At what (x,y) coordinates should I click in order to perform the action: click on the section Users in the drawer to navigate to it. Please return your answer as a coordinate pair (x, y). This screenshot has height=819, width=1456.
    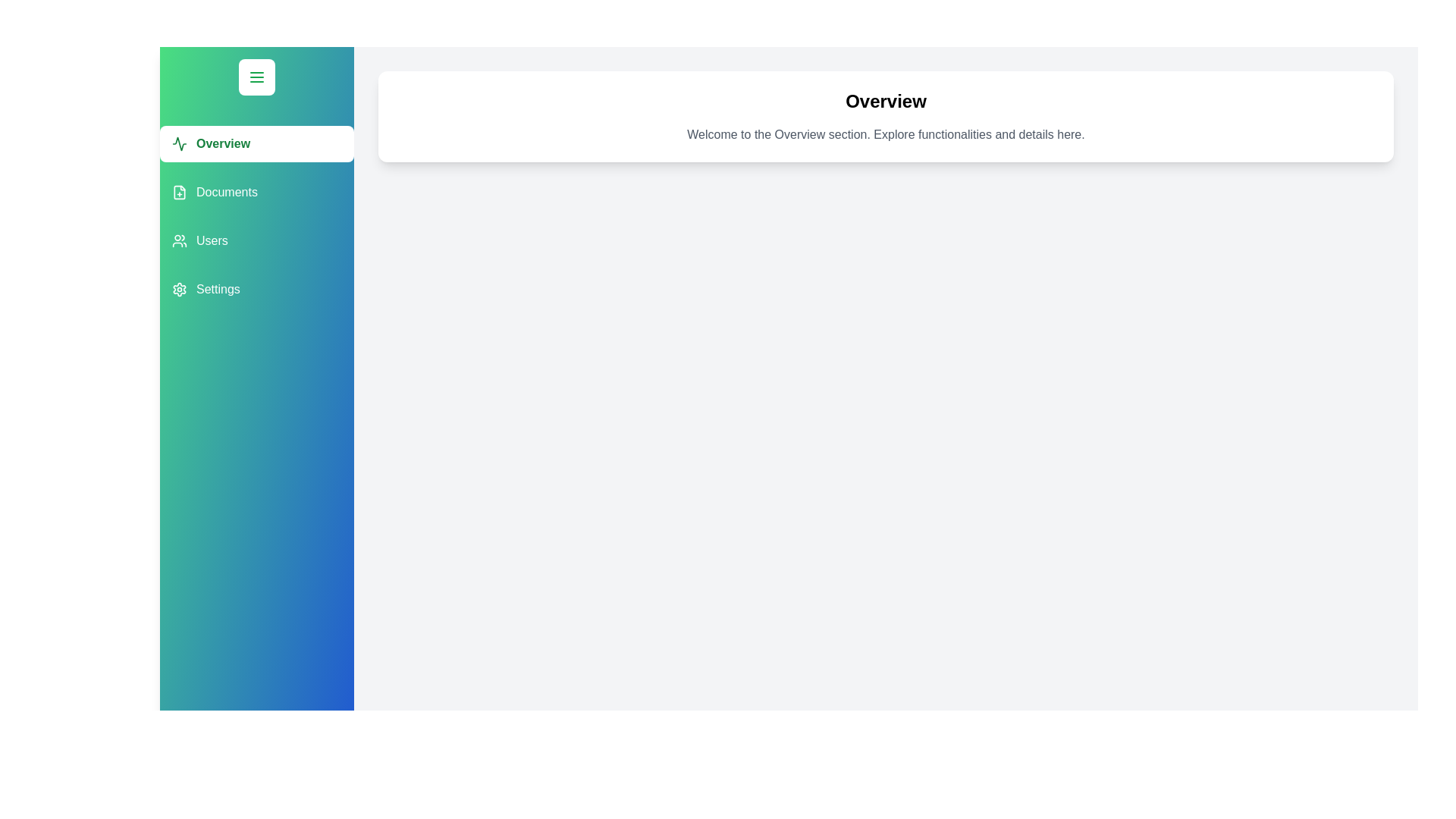
    Looking at the image, I should click on (257, 240).